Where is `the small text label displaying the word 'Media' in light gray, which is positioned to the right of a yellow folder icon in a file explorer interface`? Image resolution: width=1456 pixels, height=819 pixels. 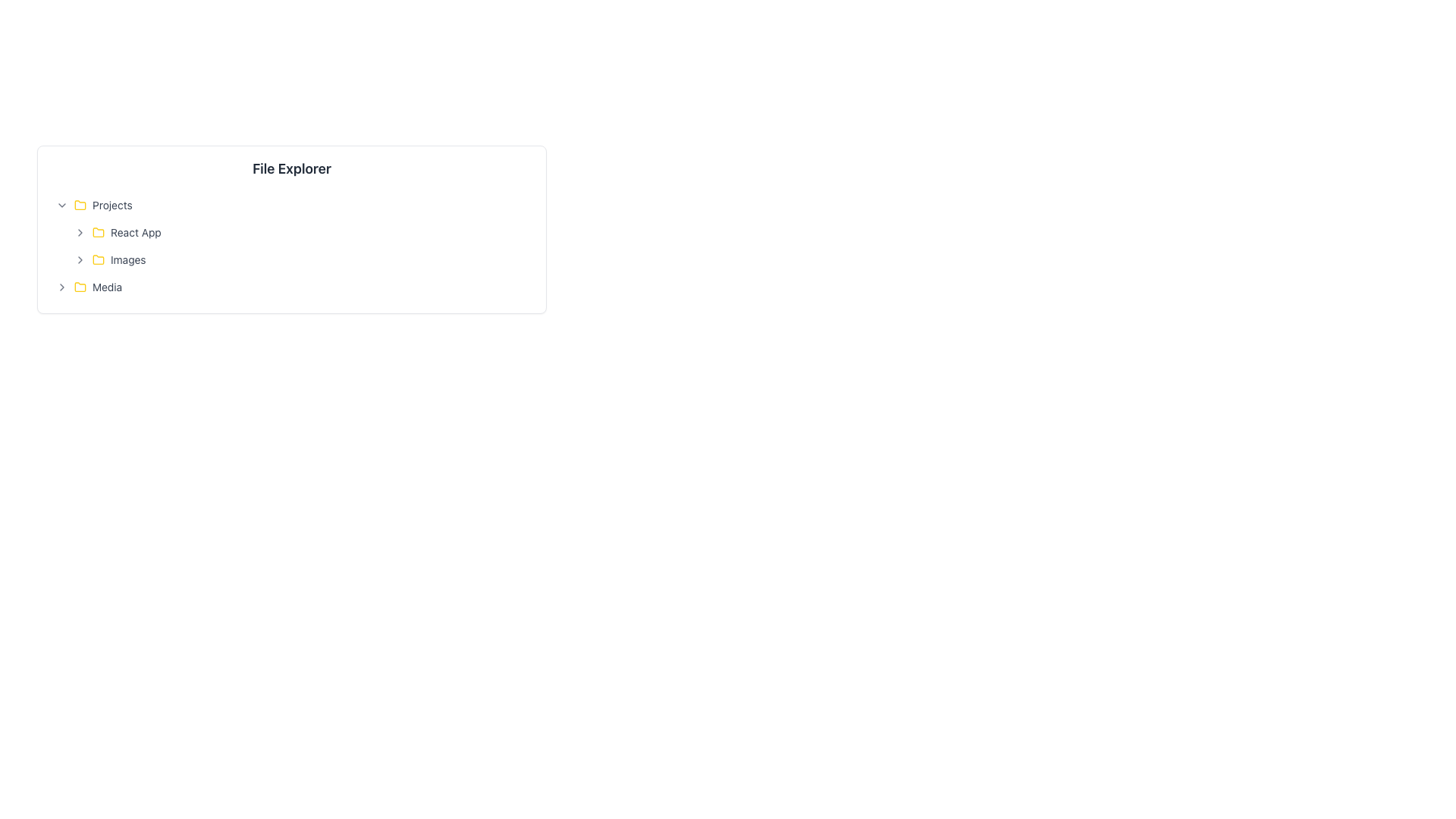
the small text label displaying the word 'Media' in light gray, which is positioned to the right of a yellow folder icon in a file explorer interface is located at coordinates (106, 287).